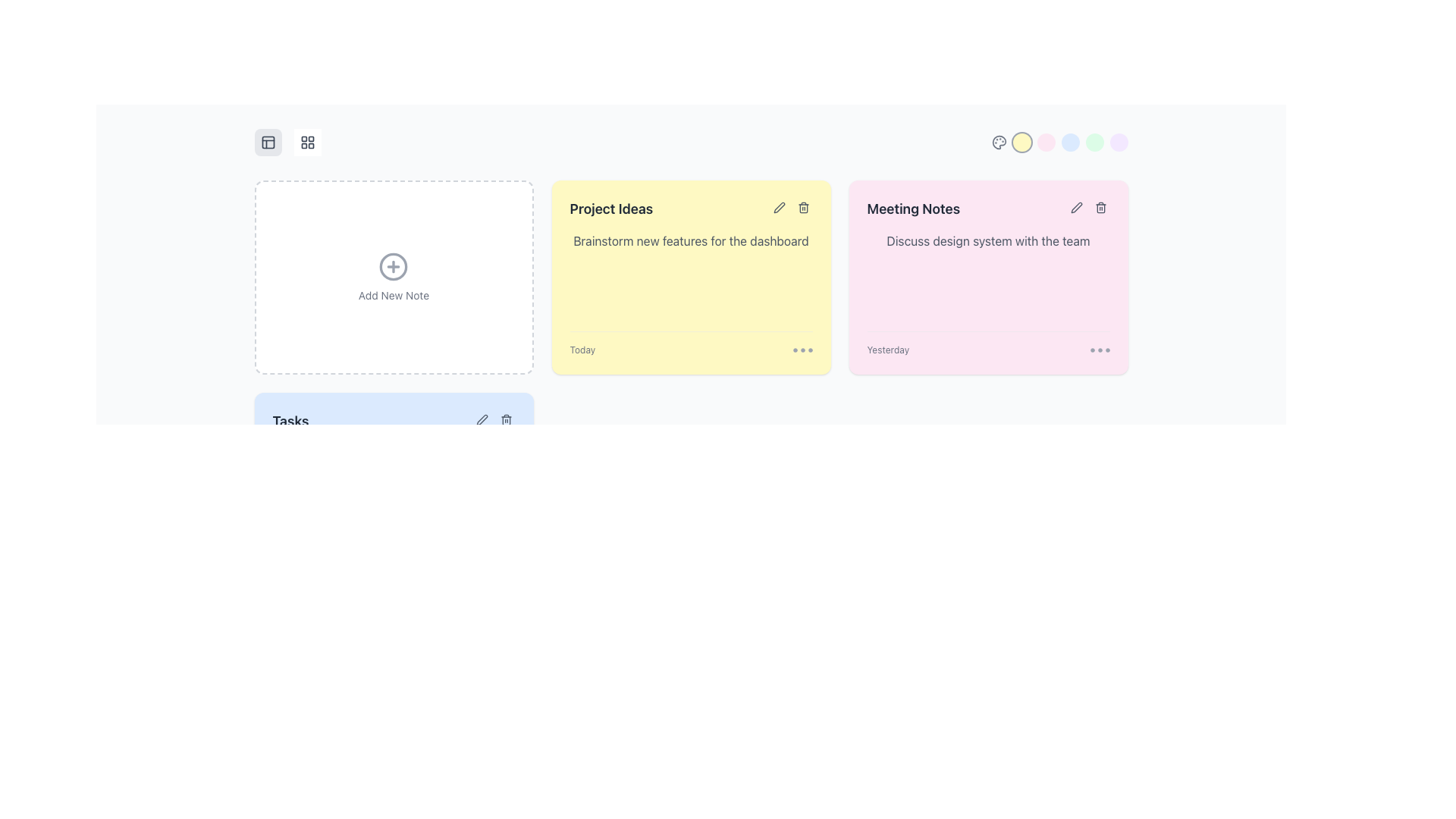 The height and width of the screenshot is (819, 1456). What do you see at coordinates (1087, 207) in the screenshot?
I see `the edit icon located in the upper-right corner of the 'Meeting Notes' card to modify the card content` at bounding box center [1087, 207].